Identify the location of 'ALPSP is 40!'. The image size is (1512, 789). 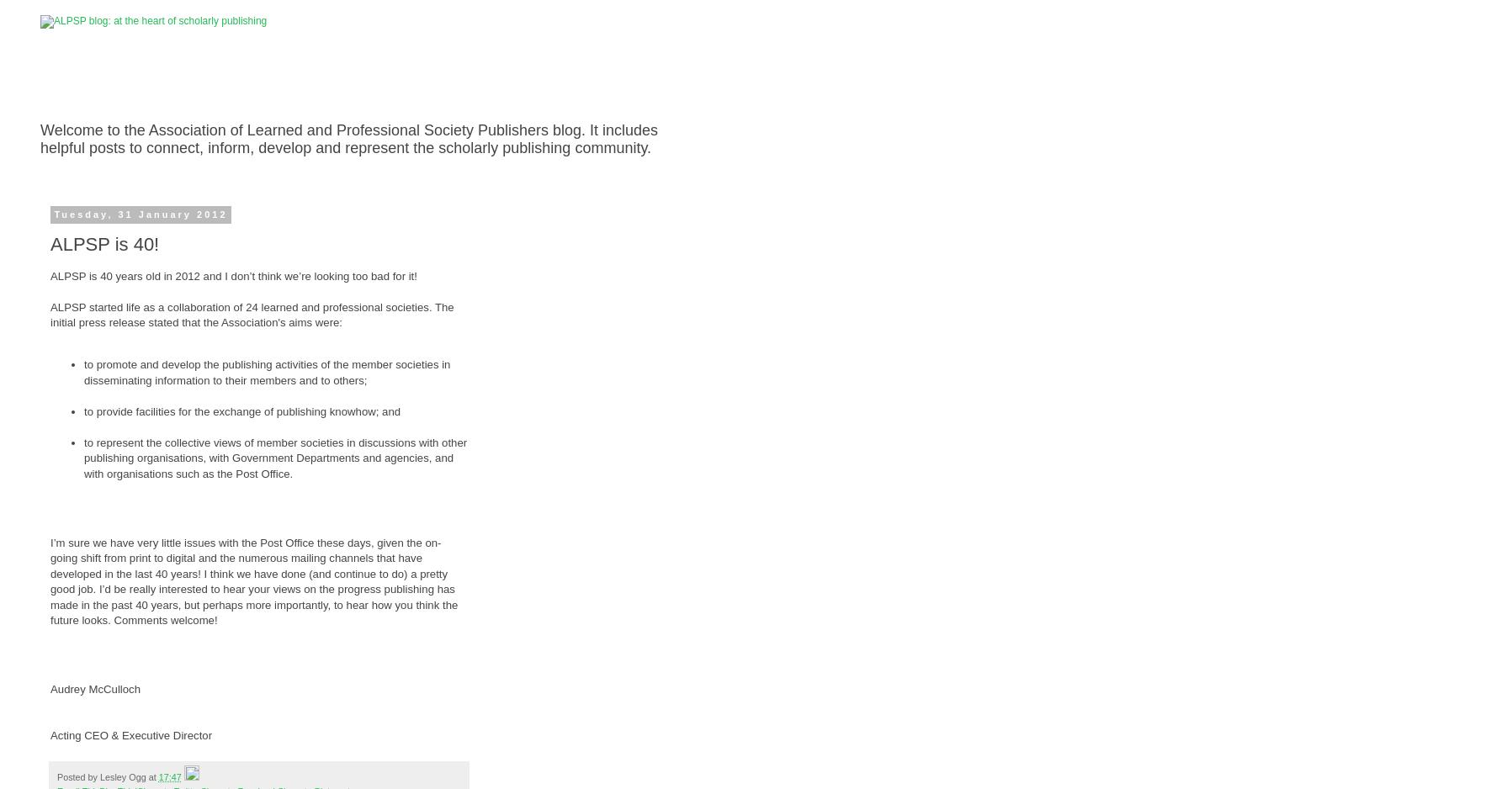
(50, 243).